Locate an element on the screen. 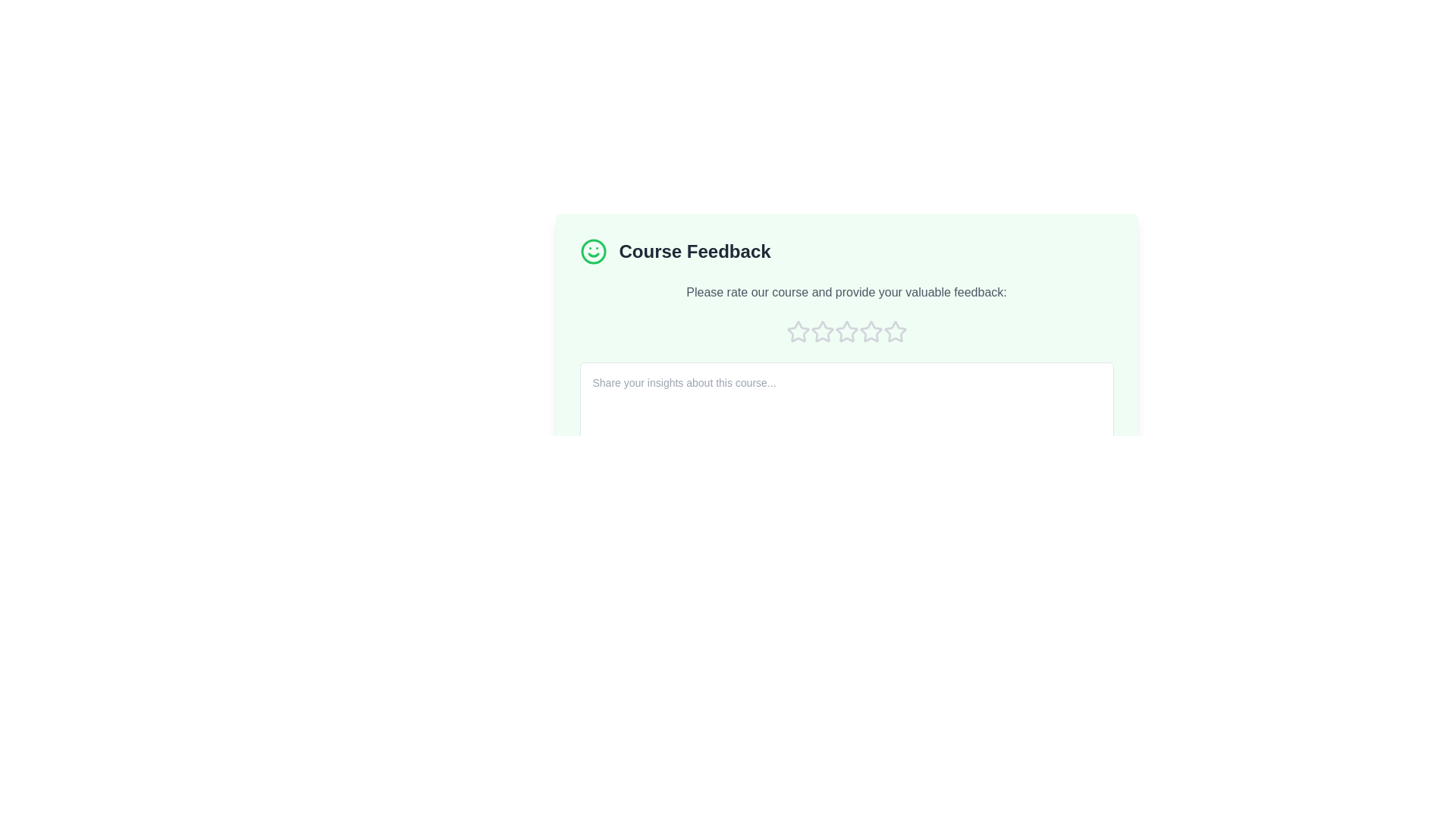 This screenshot has height=819, width=1456. the decorative icon symbolizing positive feedback located to the far left of the 'Course Feedback' header is located at coordinates (592, 250).